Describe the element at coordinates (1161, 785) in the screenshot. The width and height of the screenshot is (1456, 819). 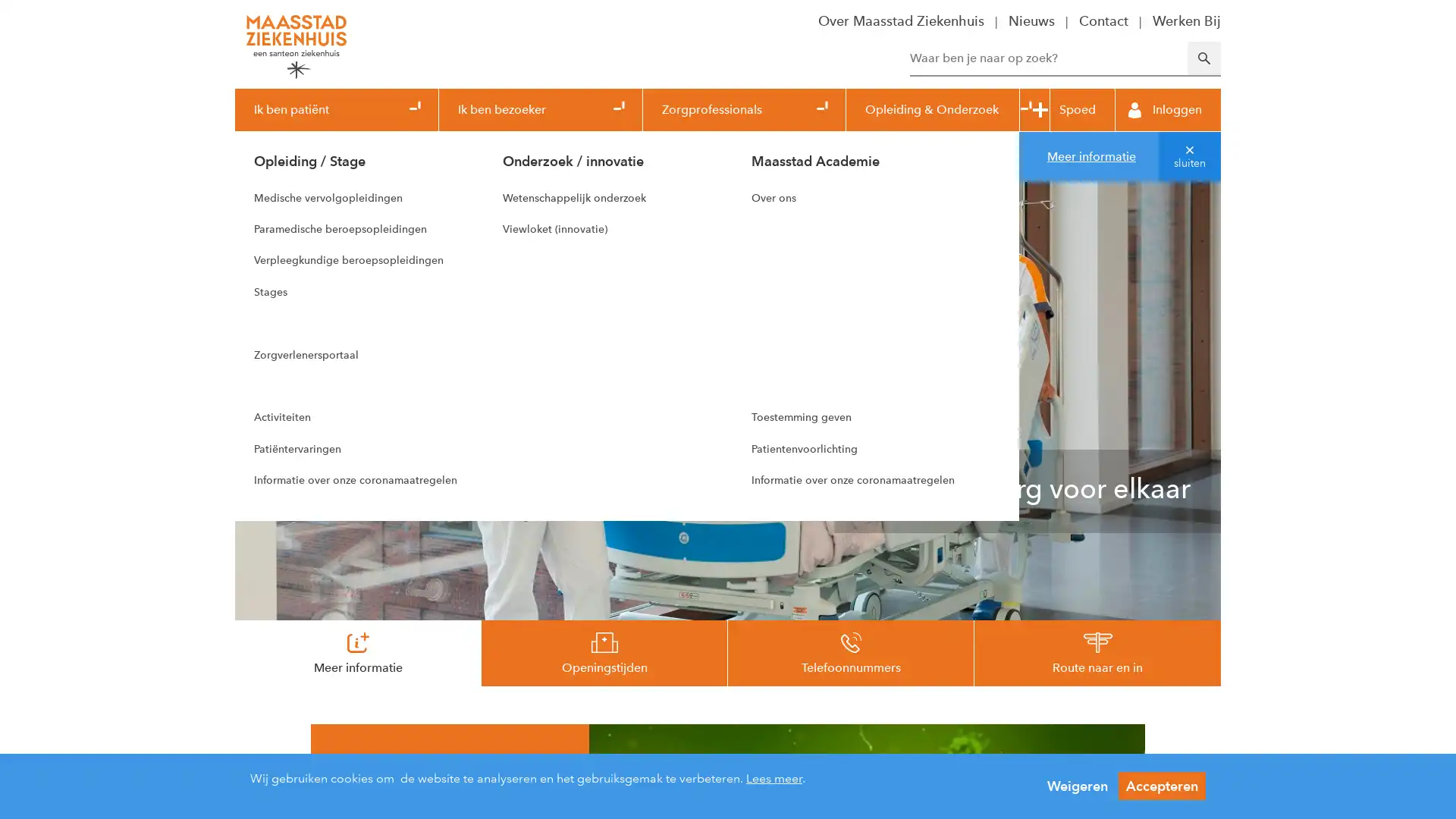
I see `Accepteren` at that location.